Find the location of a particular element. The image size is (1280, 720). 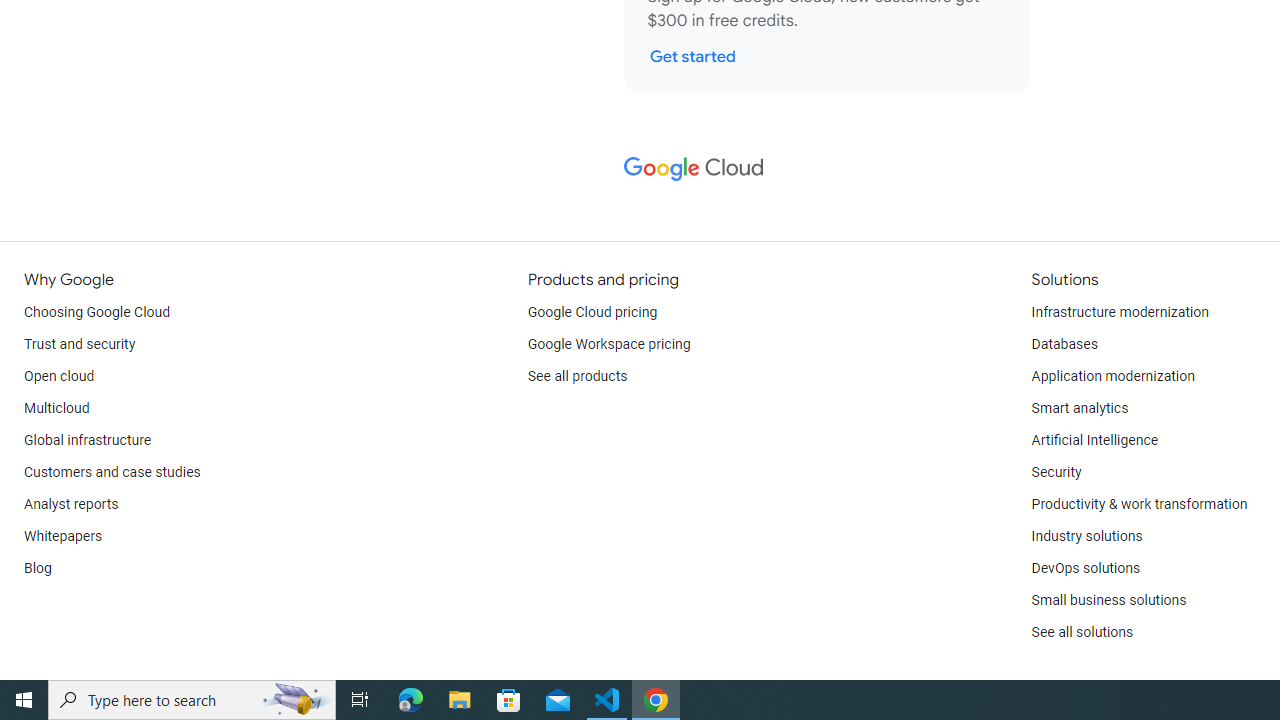

'Databases' is located at coordinates (1063, 343).